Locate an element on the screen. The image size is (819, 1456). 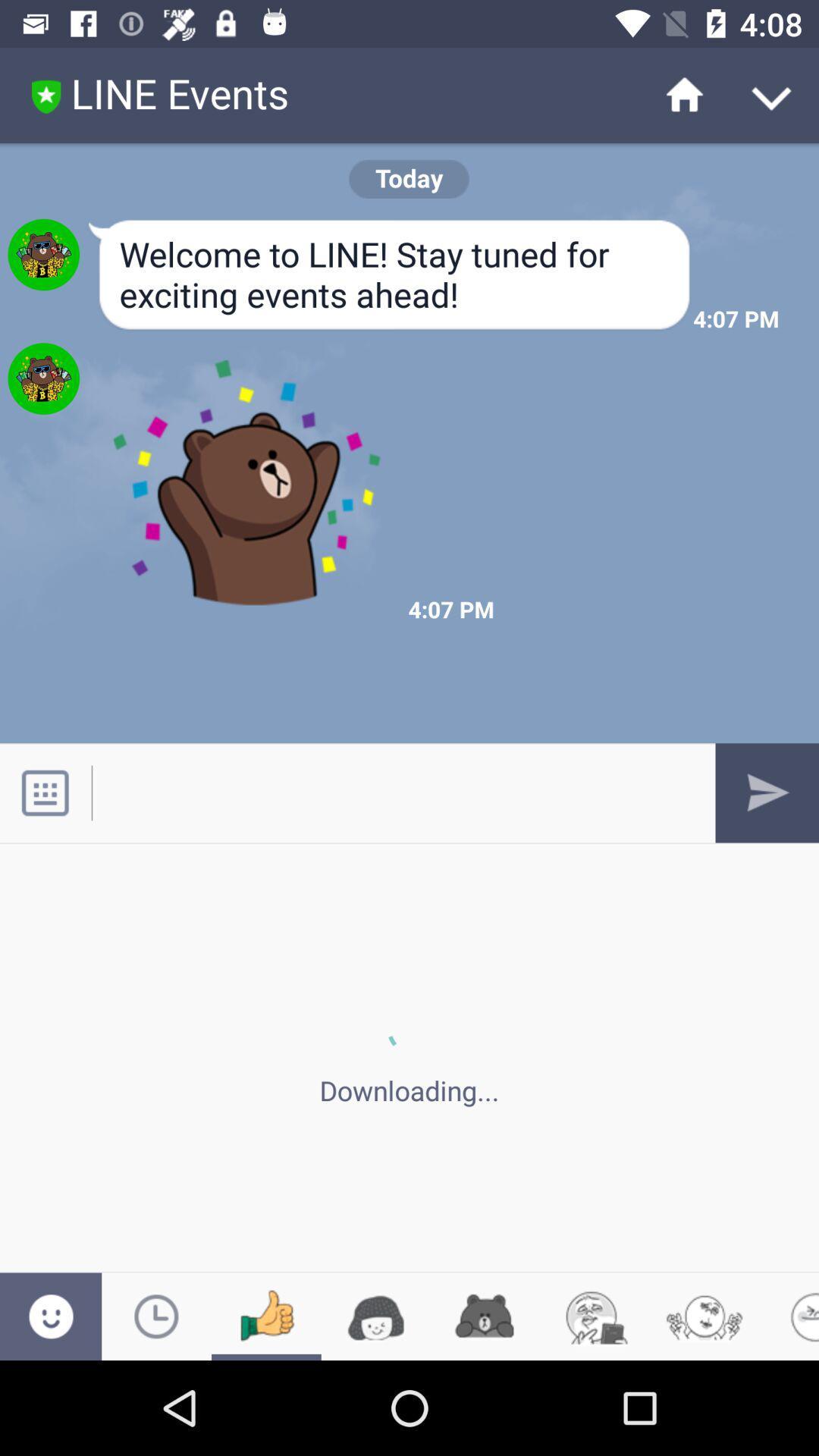
like emoji is located at coordinates (265, 1316).